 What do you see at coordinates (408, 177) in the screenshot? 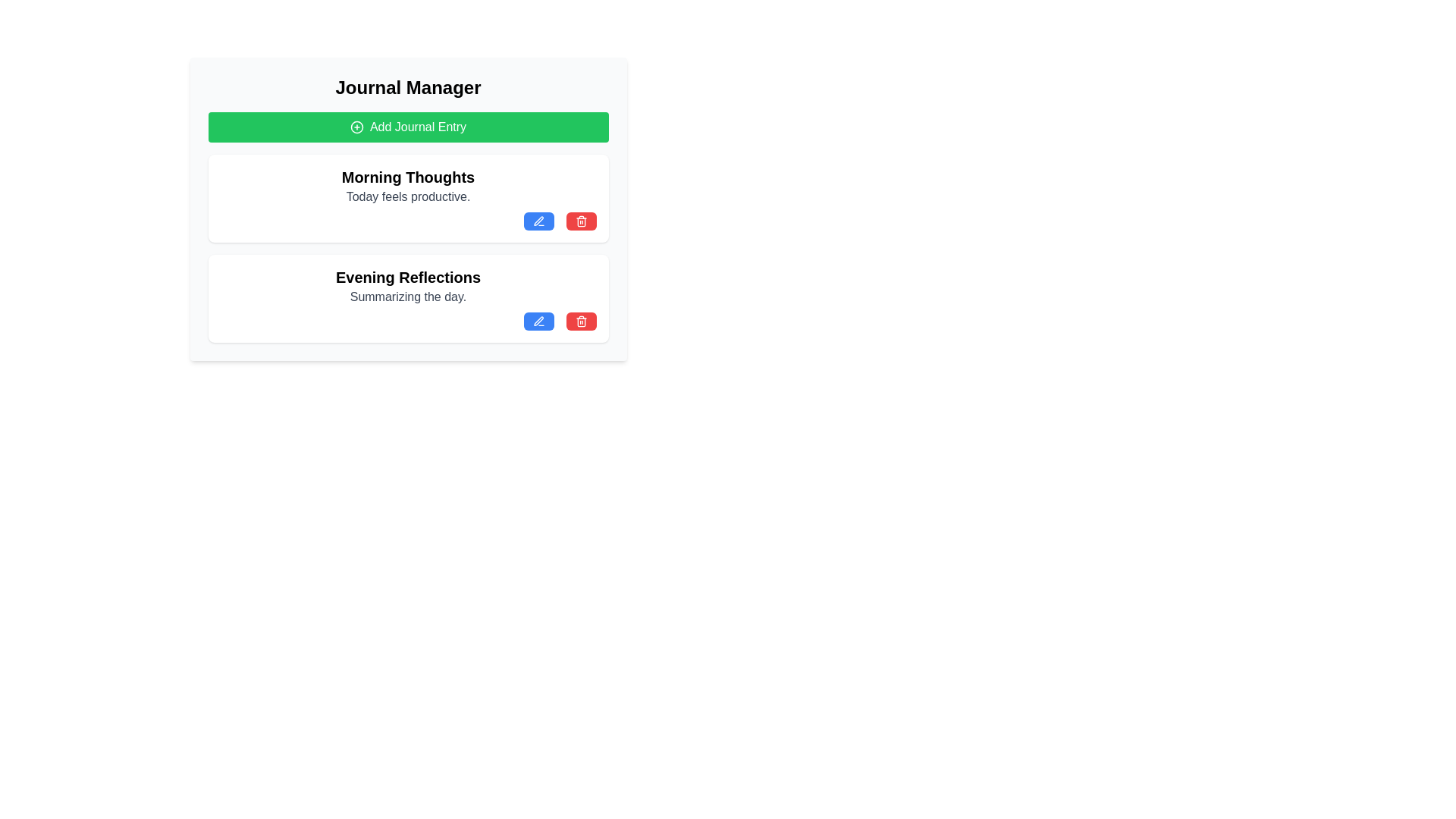
I see `the Text label that serves as a title for the section, located above the description text 'Today feels productive.' and below the green 'Add Journal Entry' button` at bounding box center [408, 177].